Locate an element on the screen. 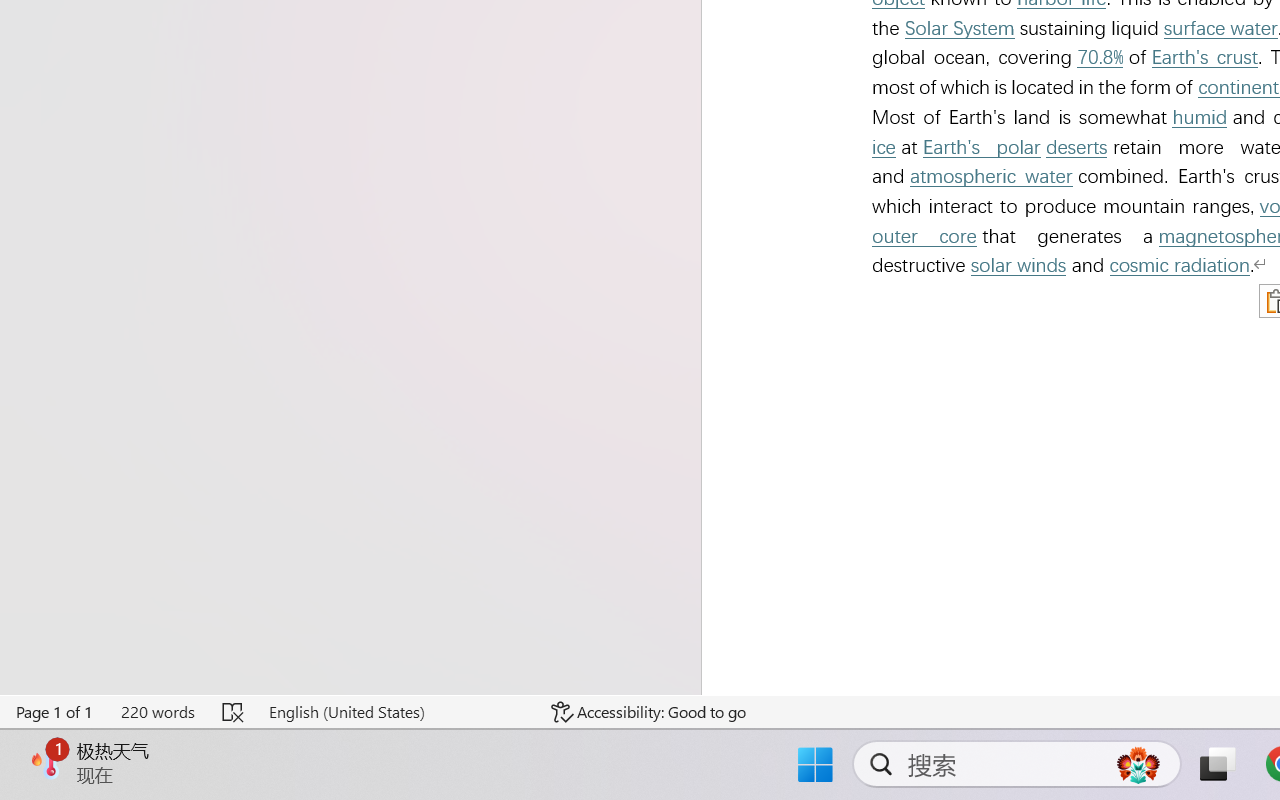 This screenshot has height=800, width=1280. 'cosmic radiation' is located at coordinates (1180, 264).